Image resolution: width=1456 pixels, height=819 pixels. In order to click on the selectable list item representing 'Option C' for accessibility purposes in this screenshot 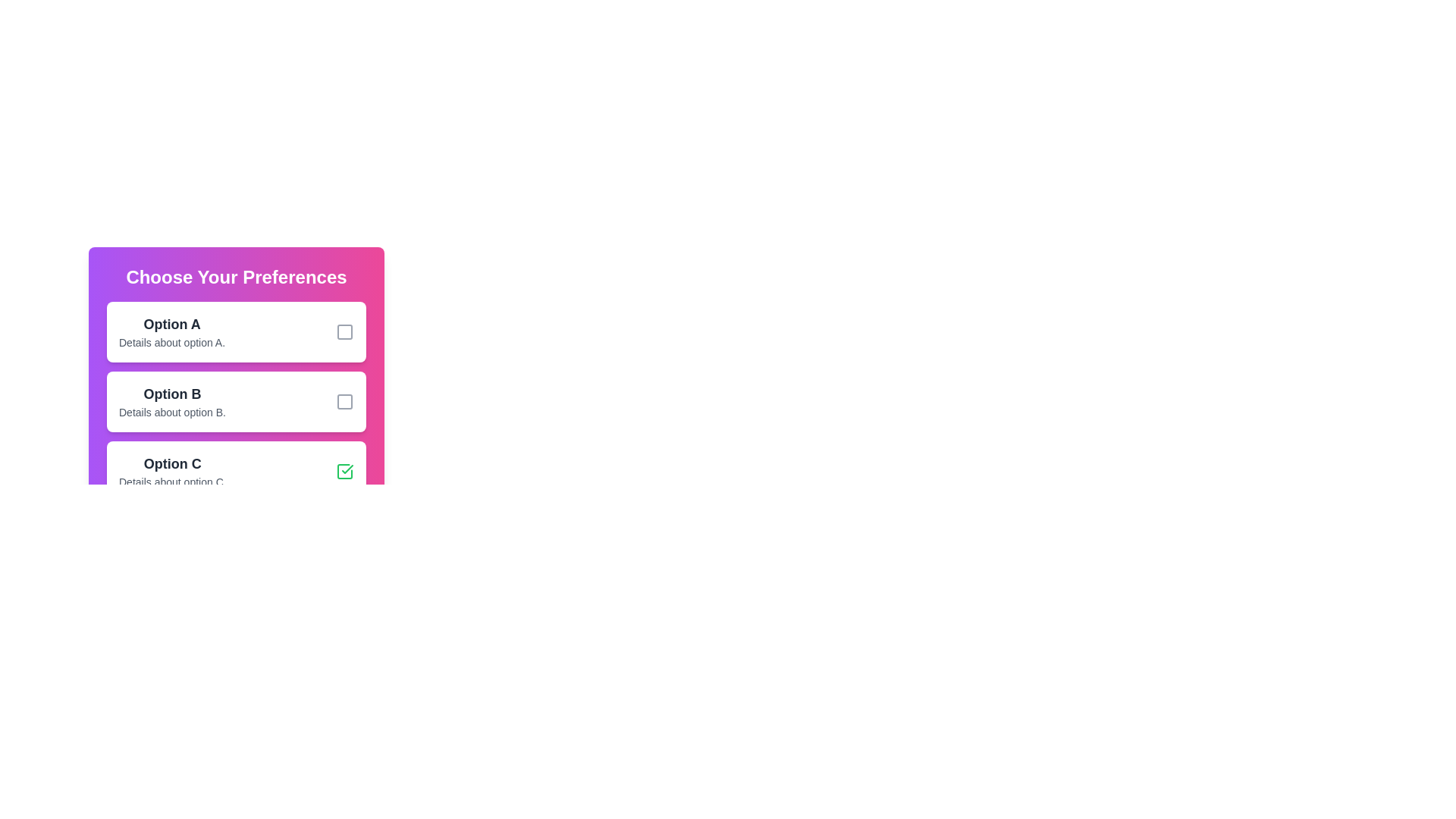, I will do `click(172, 470)`.